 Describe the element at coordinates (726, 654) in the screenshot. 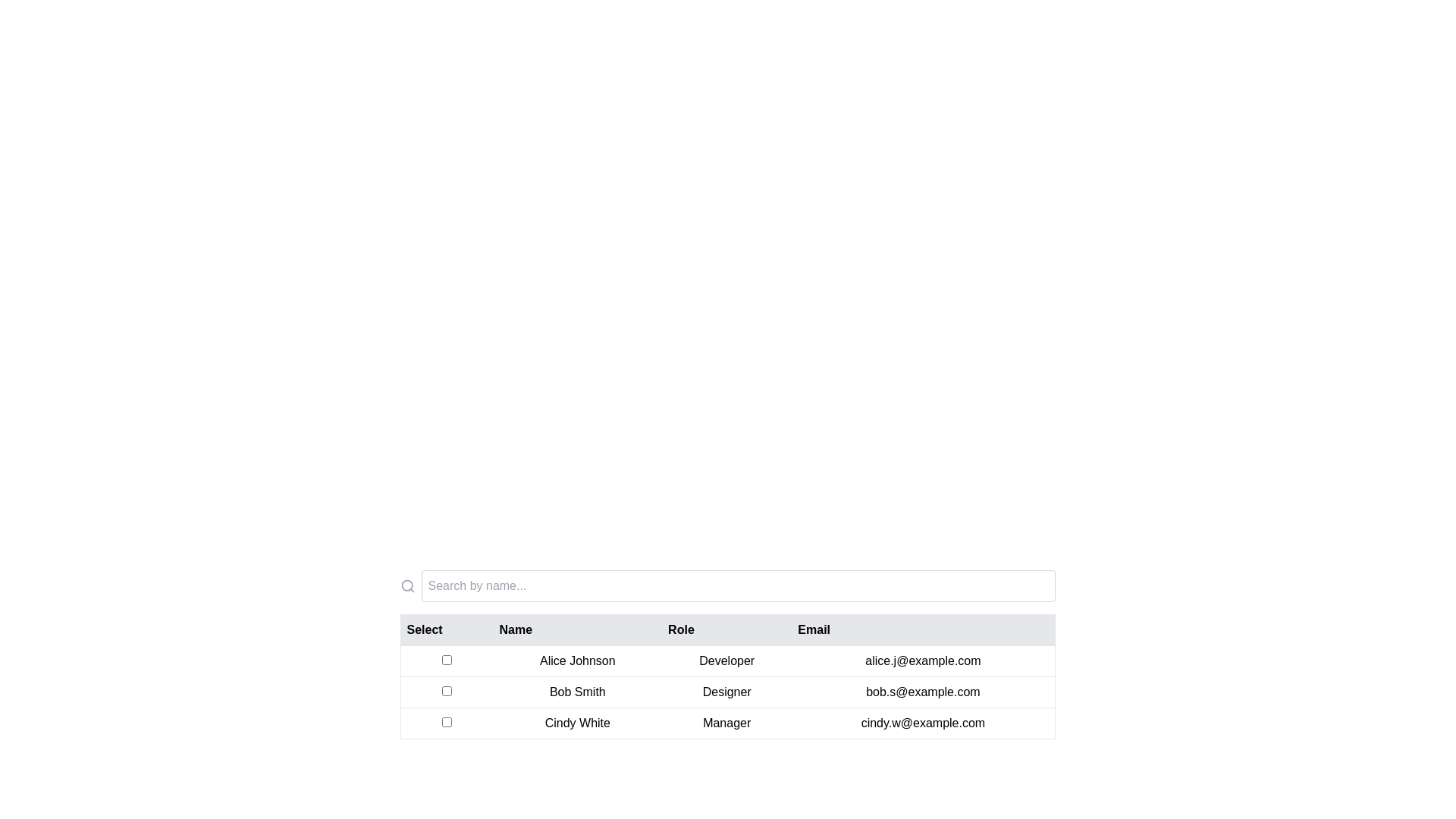

I see `on the 'Developer' text label in the 'Role' column corresponding` at that location.